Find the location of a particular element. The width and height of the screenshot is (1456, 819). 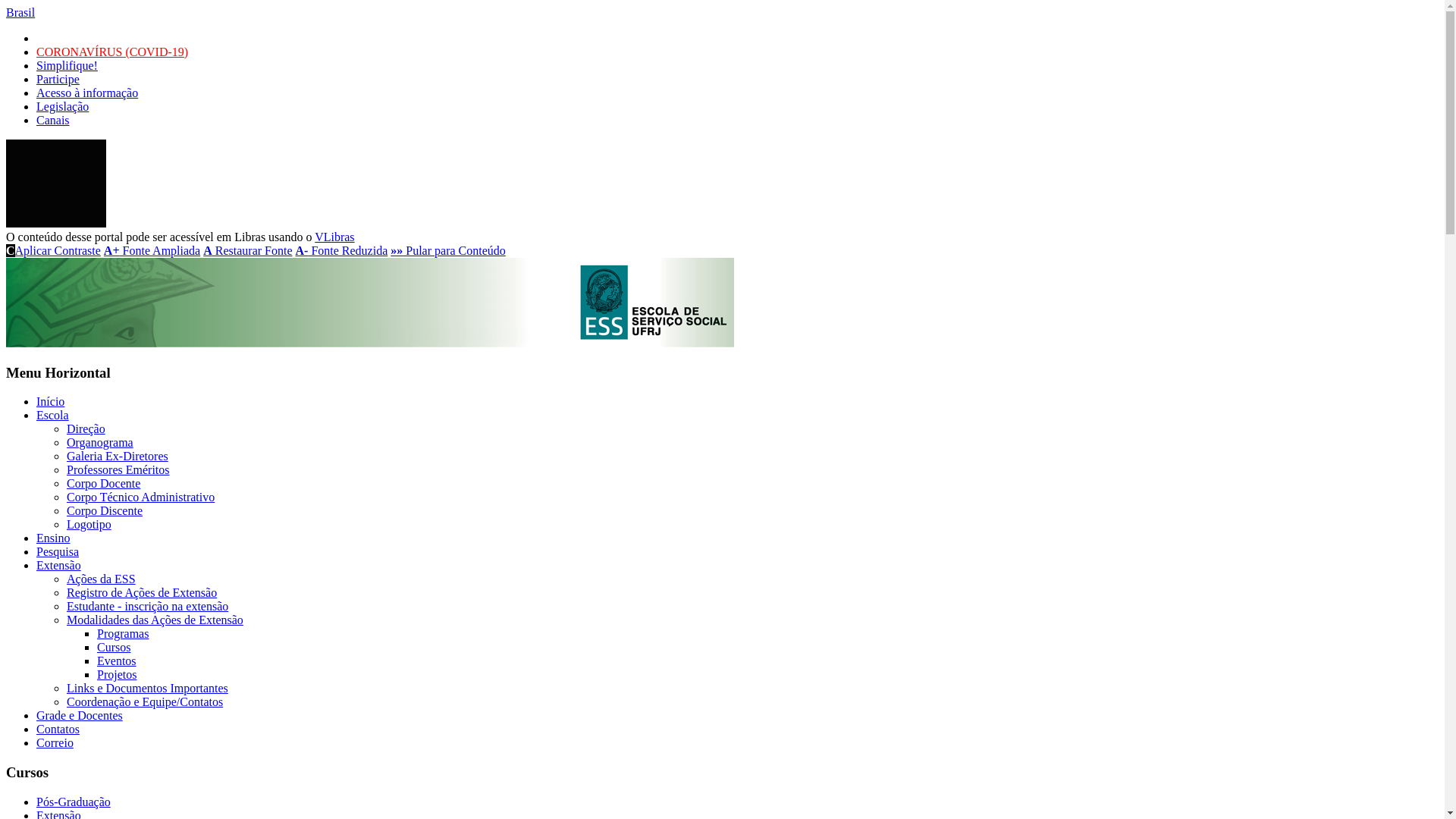

'Brasil' is located at coordinates (20, 12).